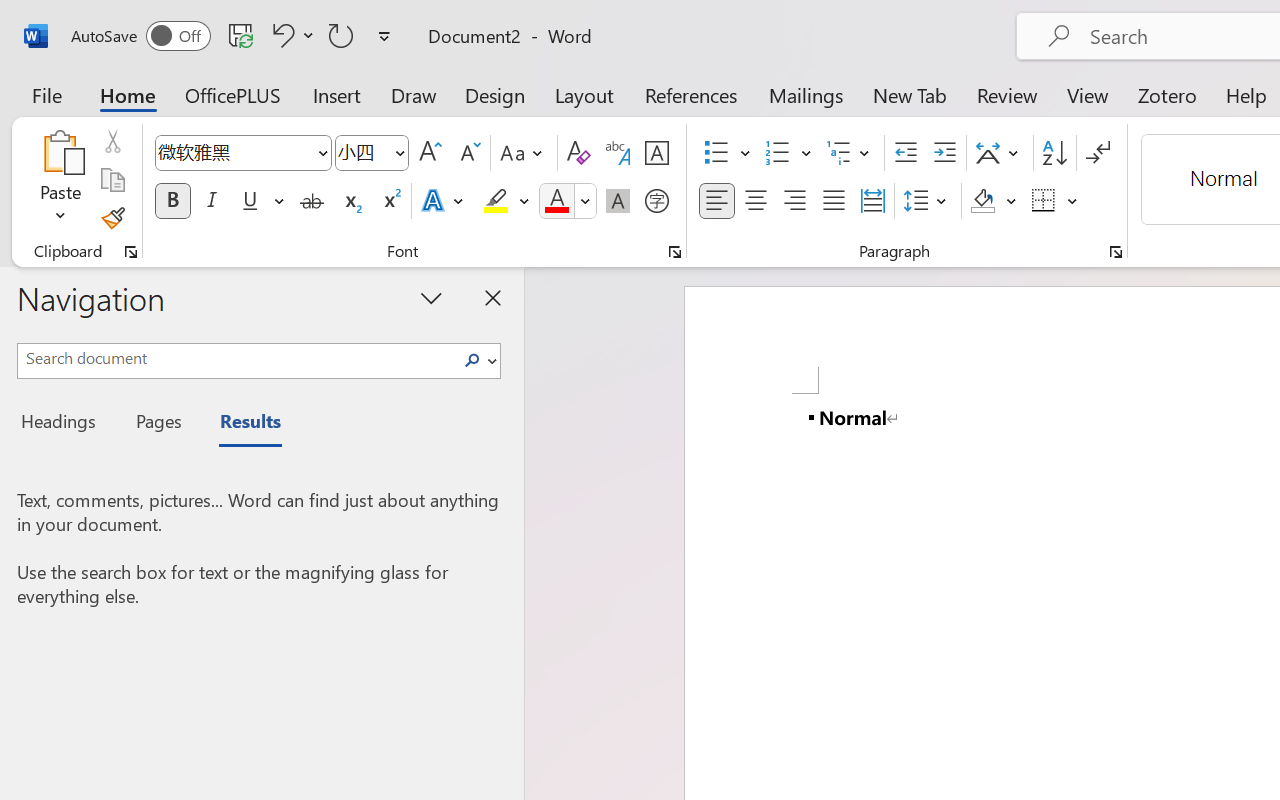 The image size is (1280, 800). I want to click on 'File Tab', so click(46, 94).